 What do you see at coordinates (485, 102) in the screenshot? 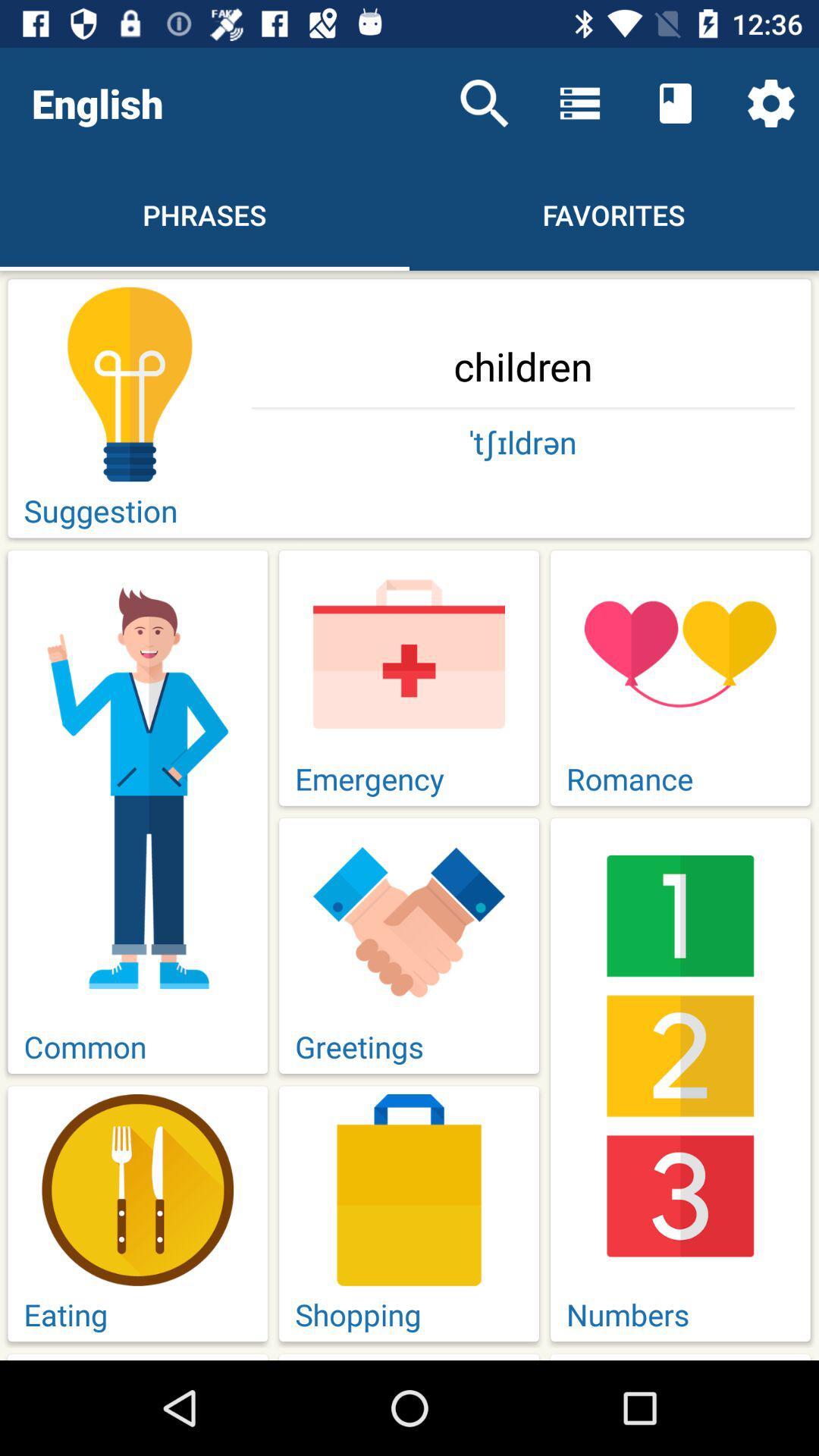
I see `the item above the children item` at bounding box center [485, 102].